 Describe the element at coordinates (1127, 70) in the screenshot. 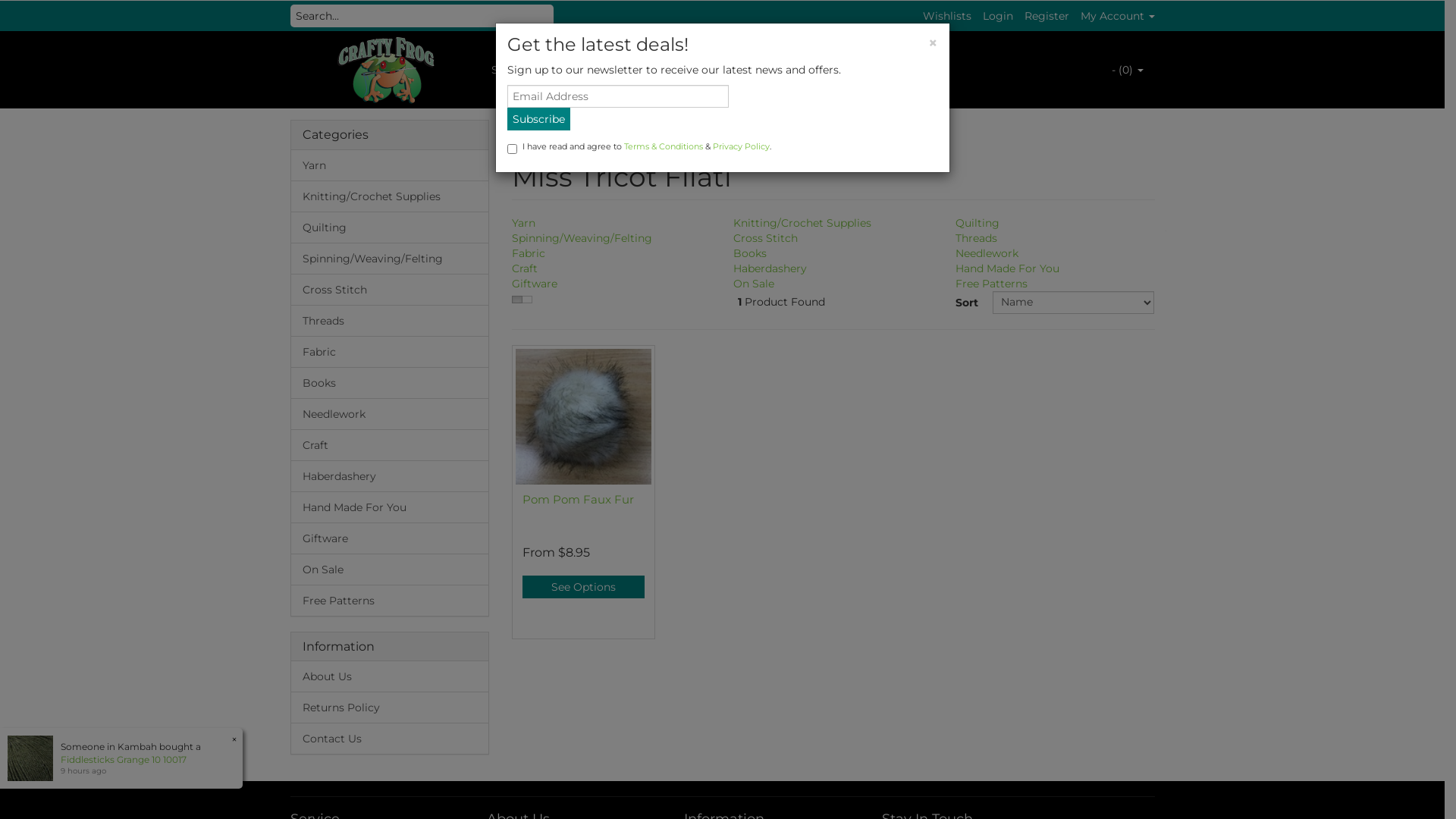

I see `'- (0)'` at that location.